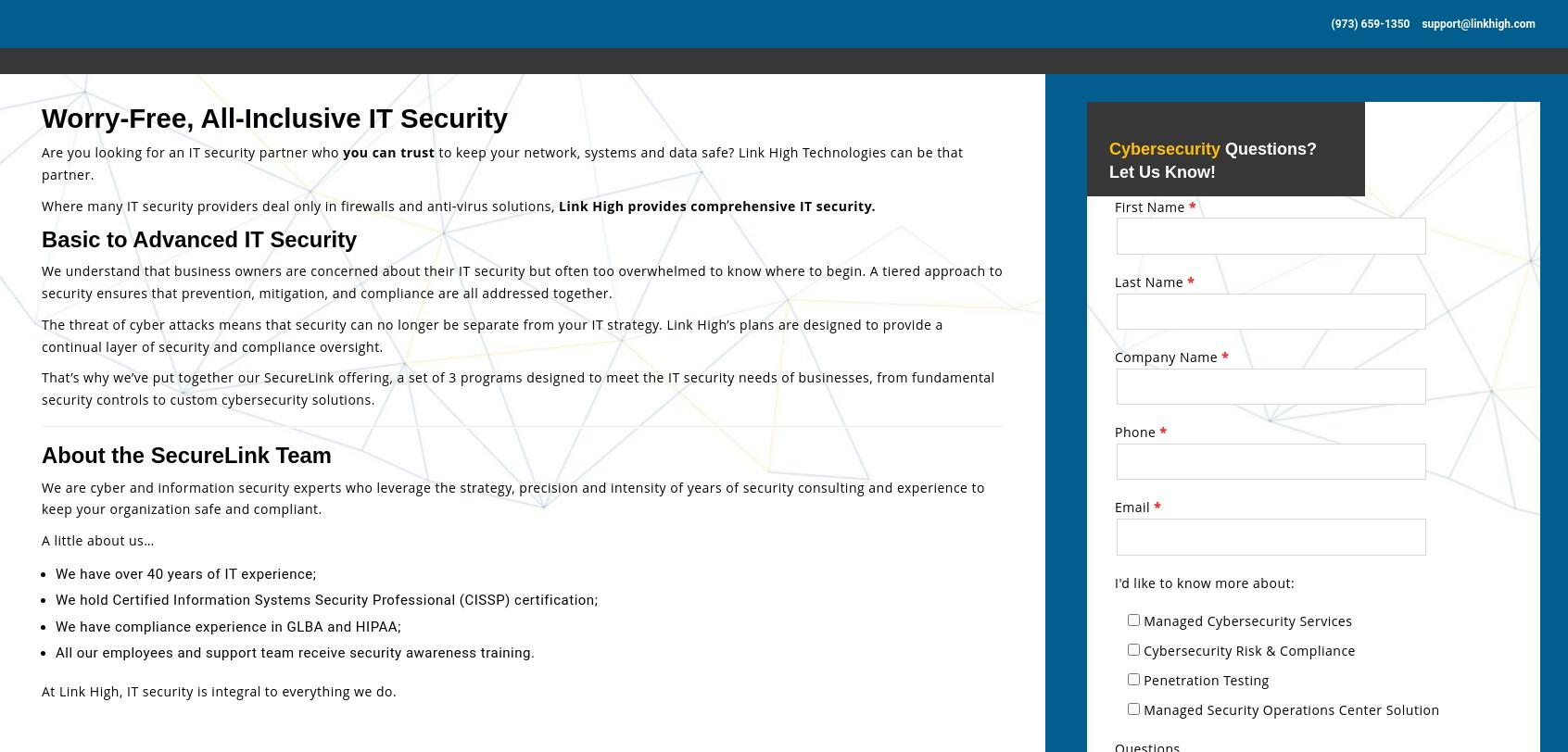 This screenshot has height=752, width=1568. Describe the element at coordinates (87, 608) in the screenshot. I see `'MITIGATION'` at that location.